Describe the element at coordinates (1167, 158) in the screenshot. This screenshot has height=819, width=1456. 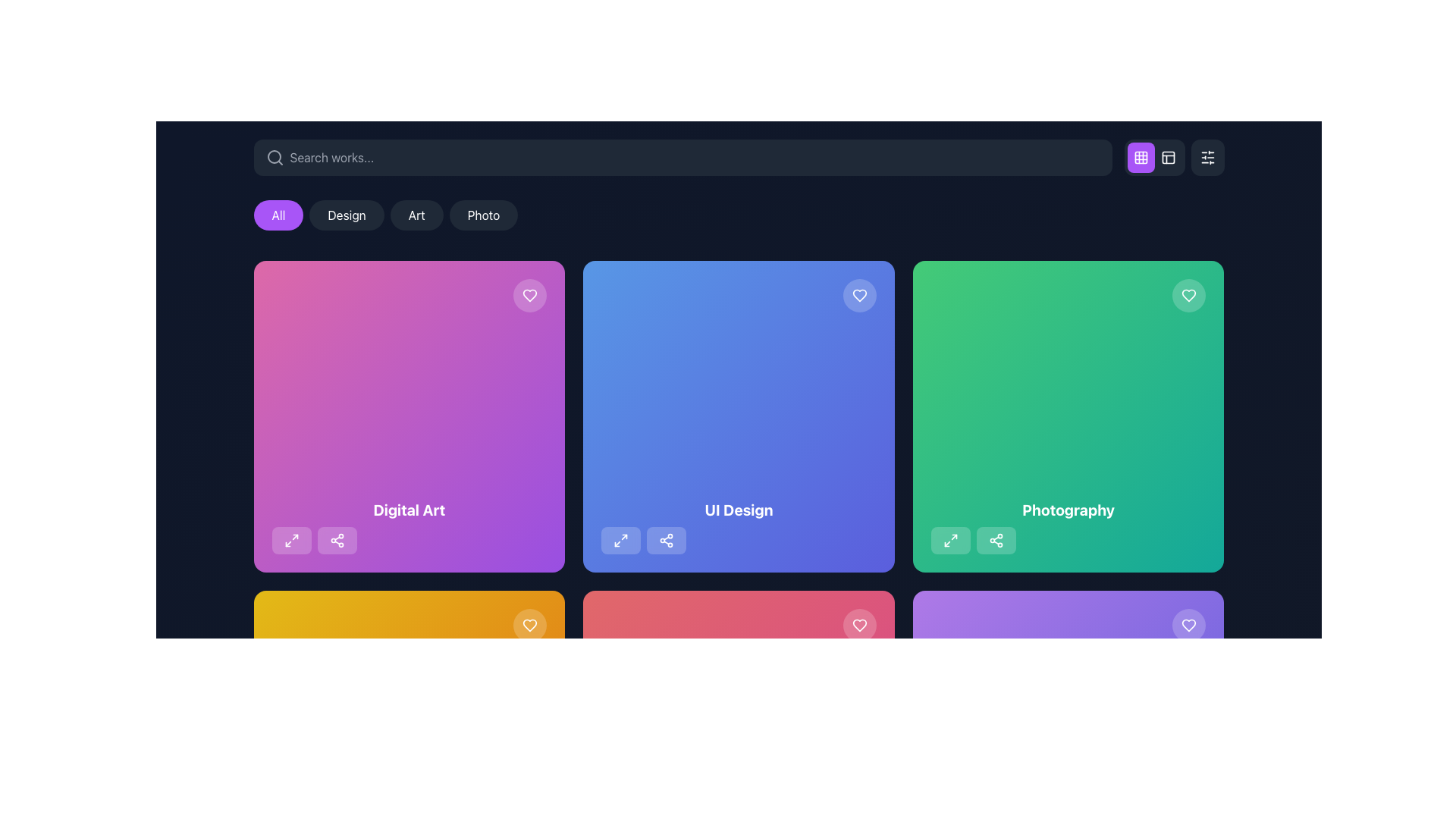
I see `the third button in the top-right corner of the interface, which has a square icon representing a divided panel against a dark background` at that location.